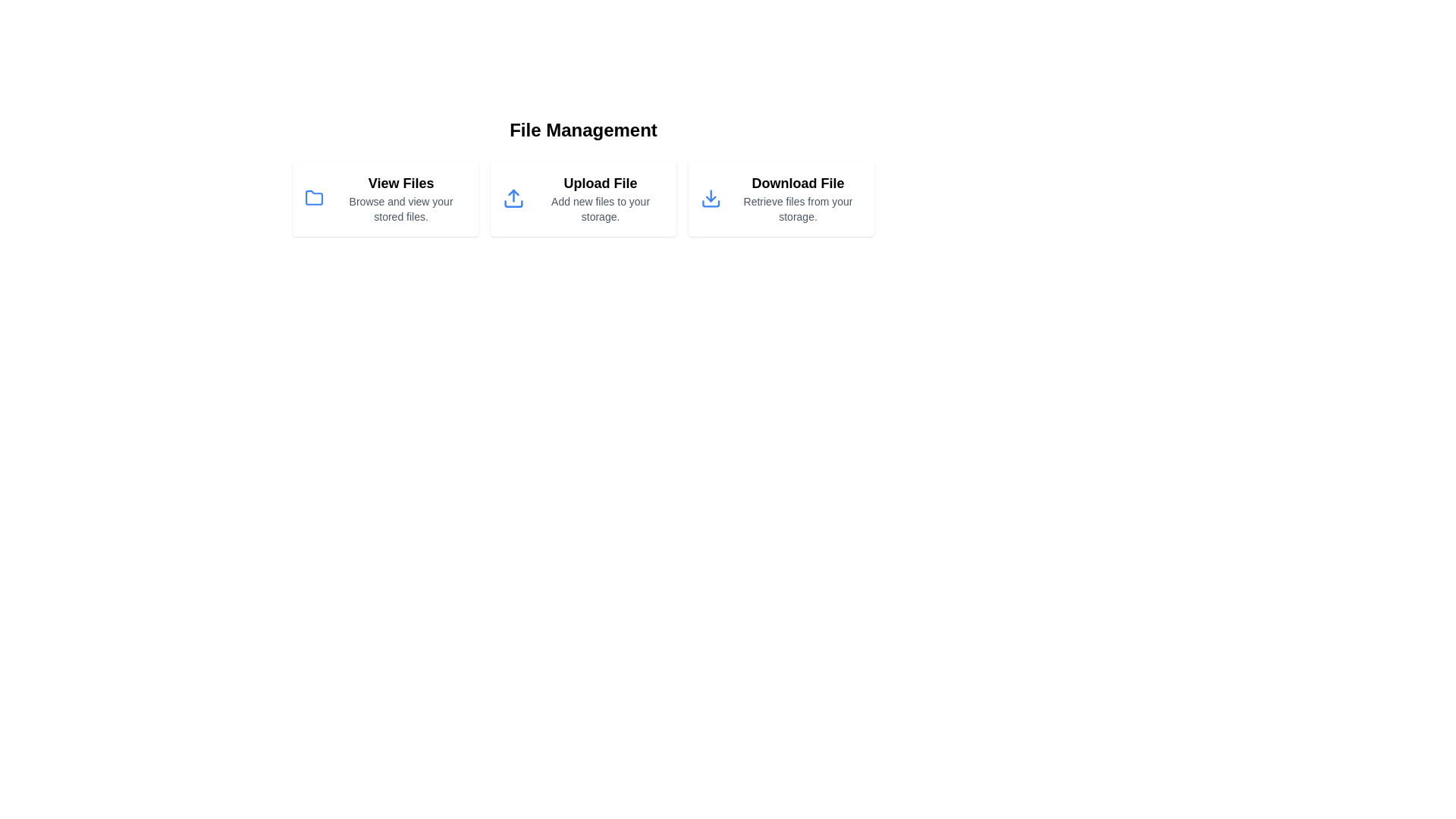 This screenshot has width=1456, height=819. Describe the element at coordinates (401, 209) in the screenshot. I see `the informational text located within the 'View Files' card, which provides supplementary information about the feature, positioned below the title section` at that location.